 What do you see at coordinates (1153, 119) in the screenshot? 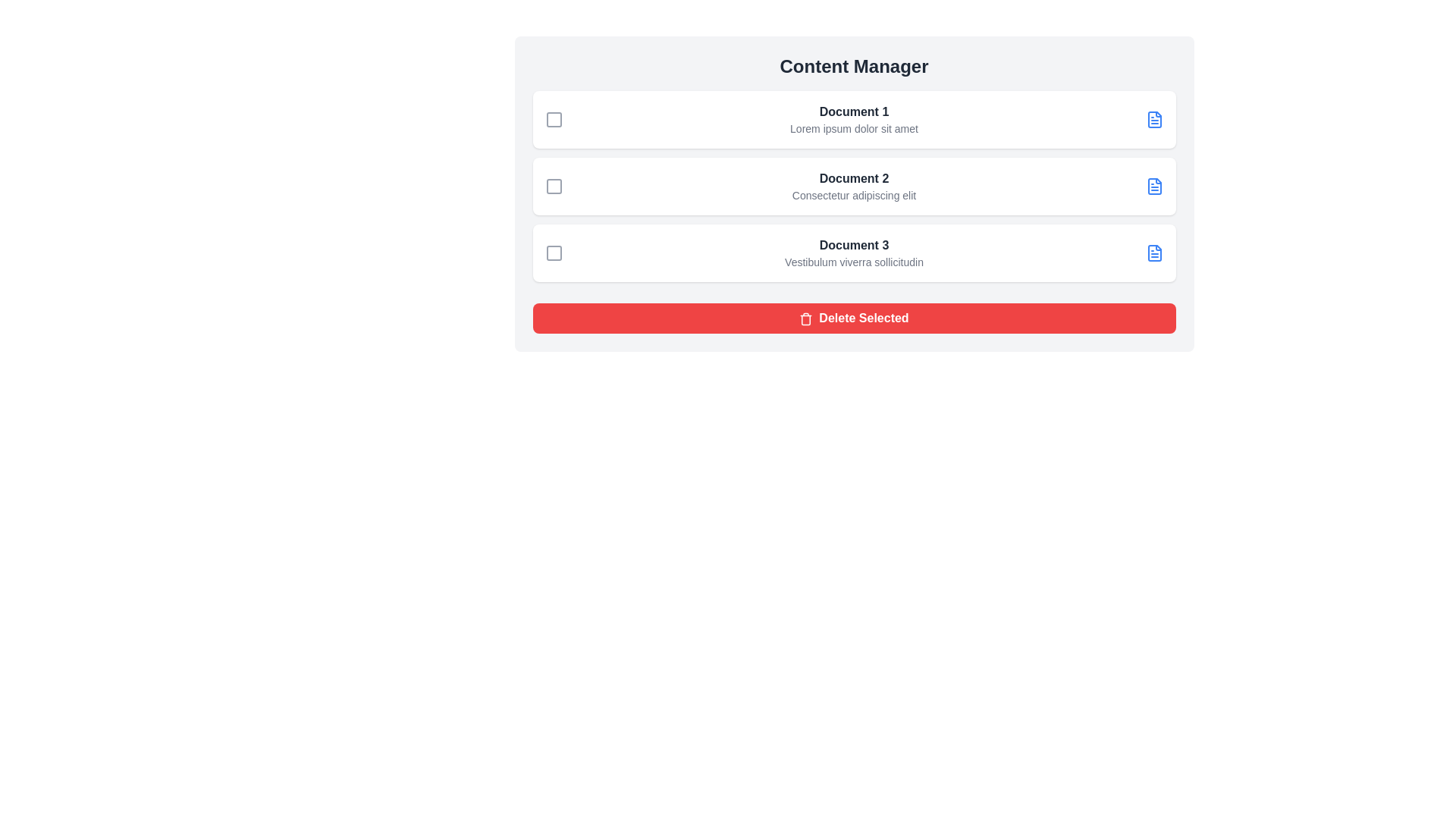
I see `the document icon for Document 1` at bounding box center [1153, 119].